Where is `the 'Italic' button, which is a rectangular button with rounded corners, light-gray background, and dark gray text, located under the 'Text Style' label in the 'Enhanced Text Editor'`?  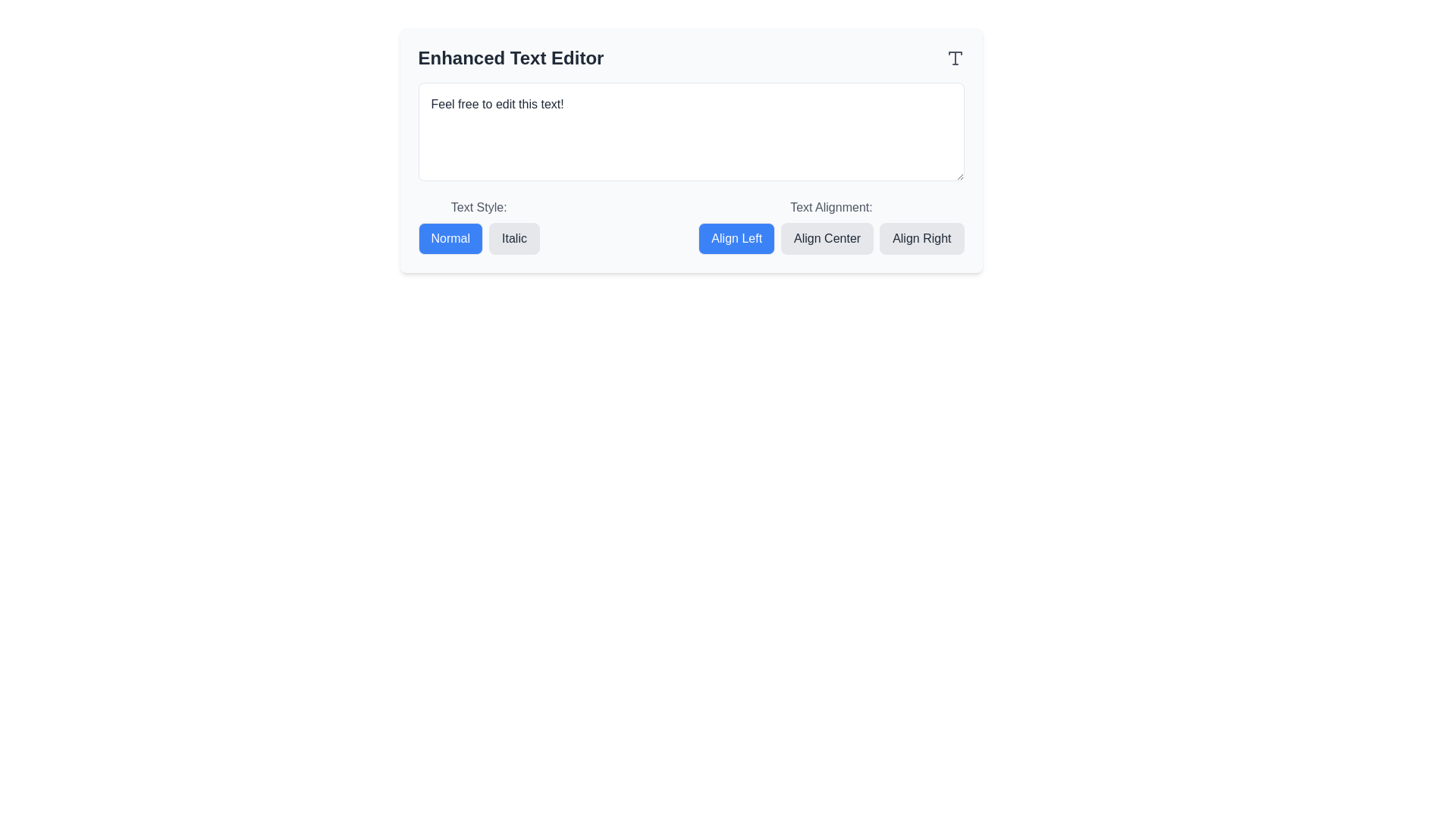 the 'Italic' button, which is a rectangular button with rounded corners, light-gray background, and dark gray text, located under the 'Text Style' label in the 'Enhanced Text Editor' is located at coordinates (514, 239).